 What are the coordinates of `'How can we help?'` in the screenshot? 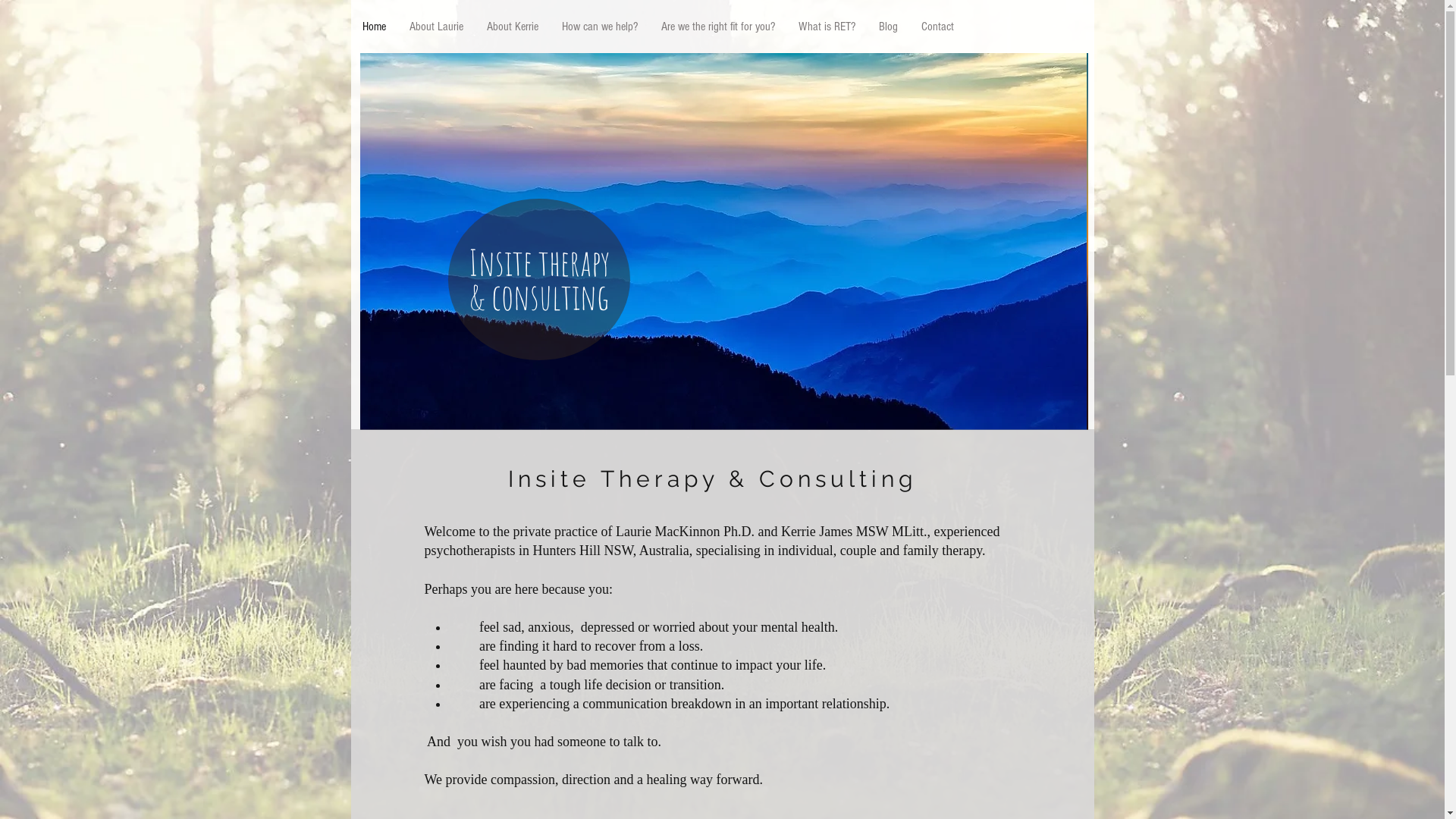 It's located at (598, 27).